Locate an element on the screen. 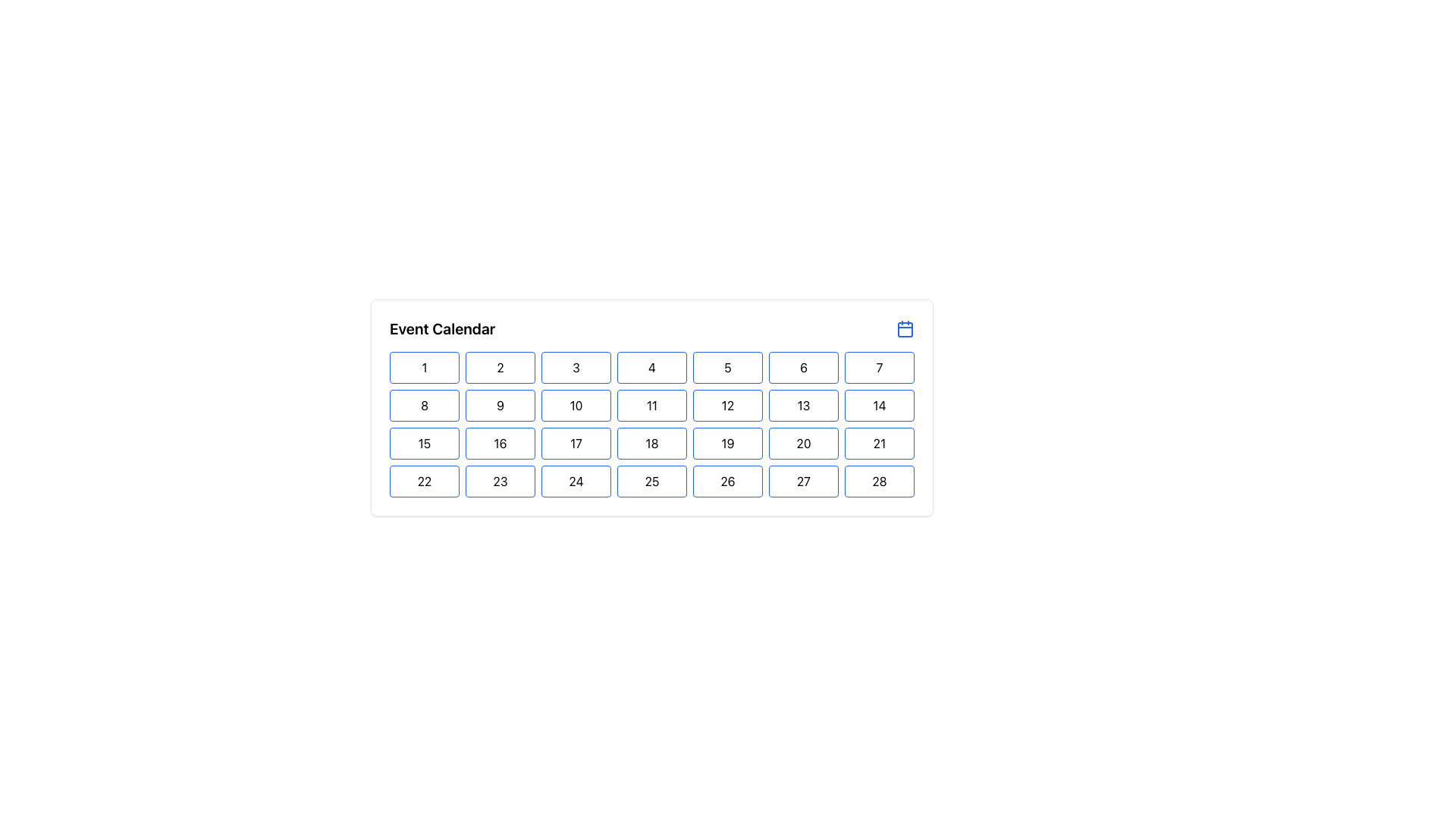  the button labeled '20' using keyboard navigation is located at coordinates (803, 444).